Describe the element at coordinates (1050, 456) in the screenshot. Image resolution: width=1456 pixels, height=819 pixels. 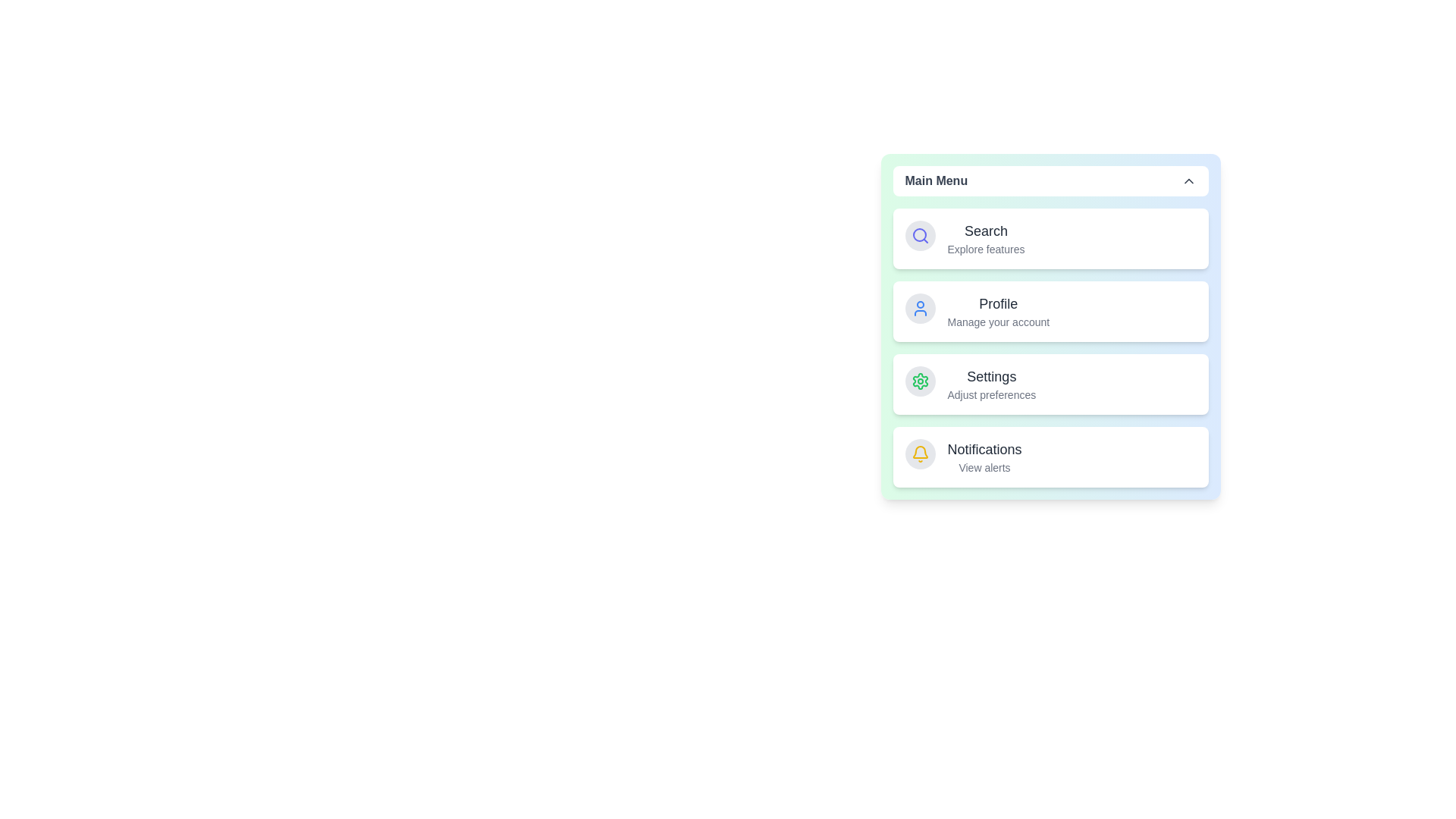
I see `the menu item corresponding to Notifications` at that location.